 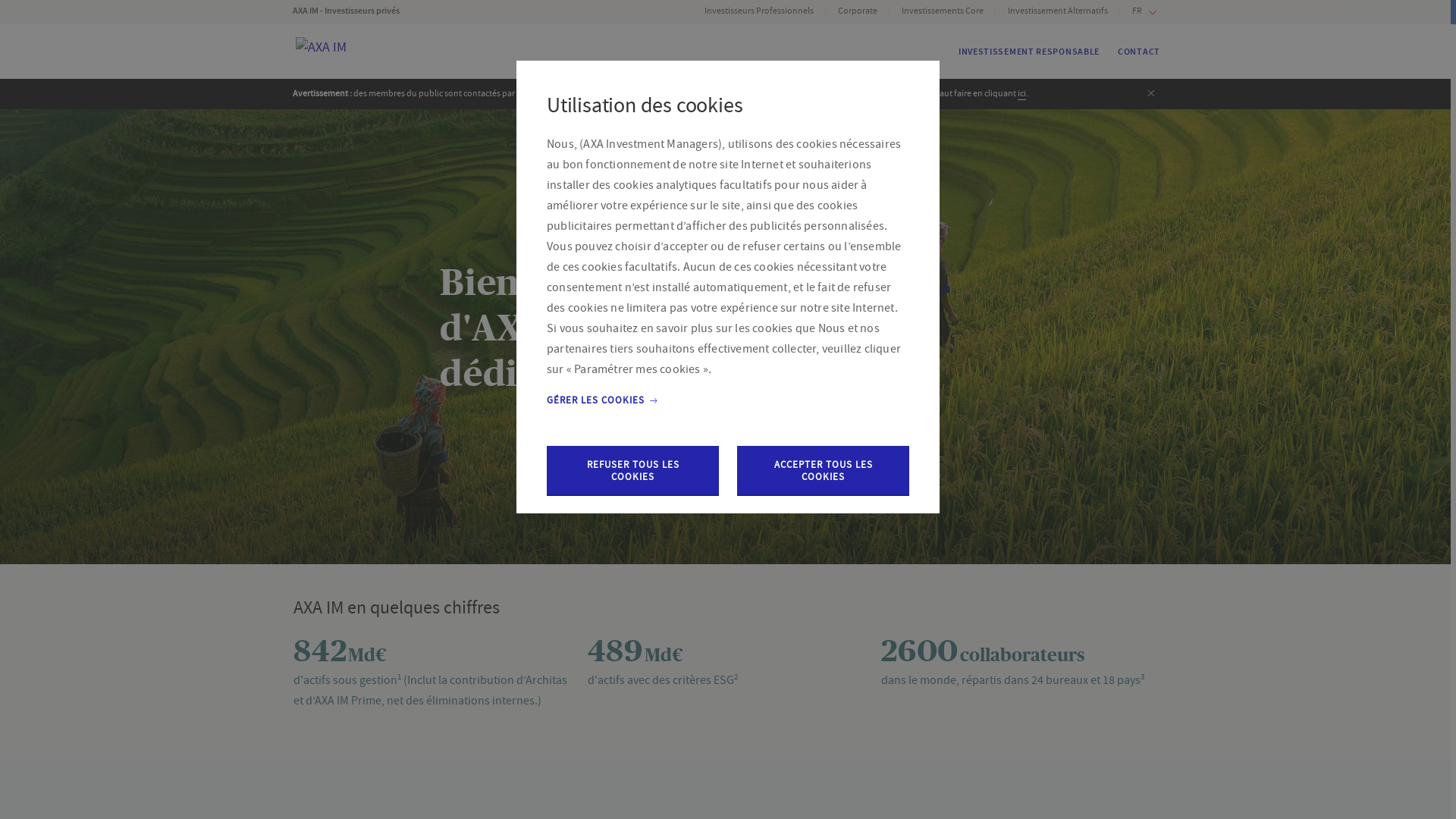 I want to click on 'ici', so click(x=1021, y=93).